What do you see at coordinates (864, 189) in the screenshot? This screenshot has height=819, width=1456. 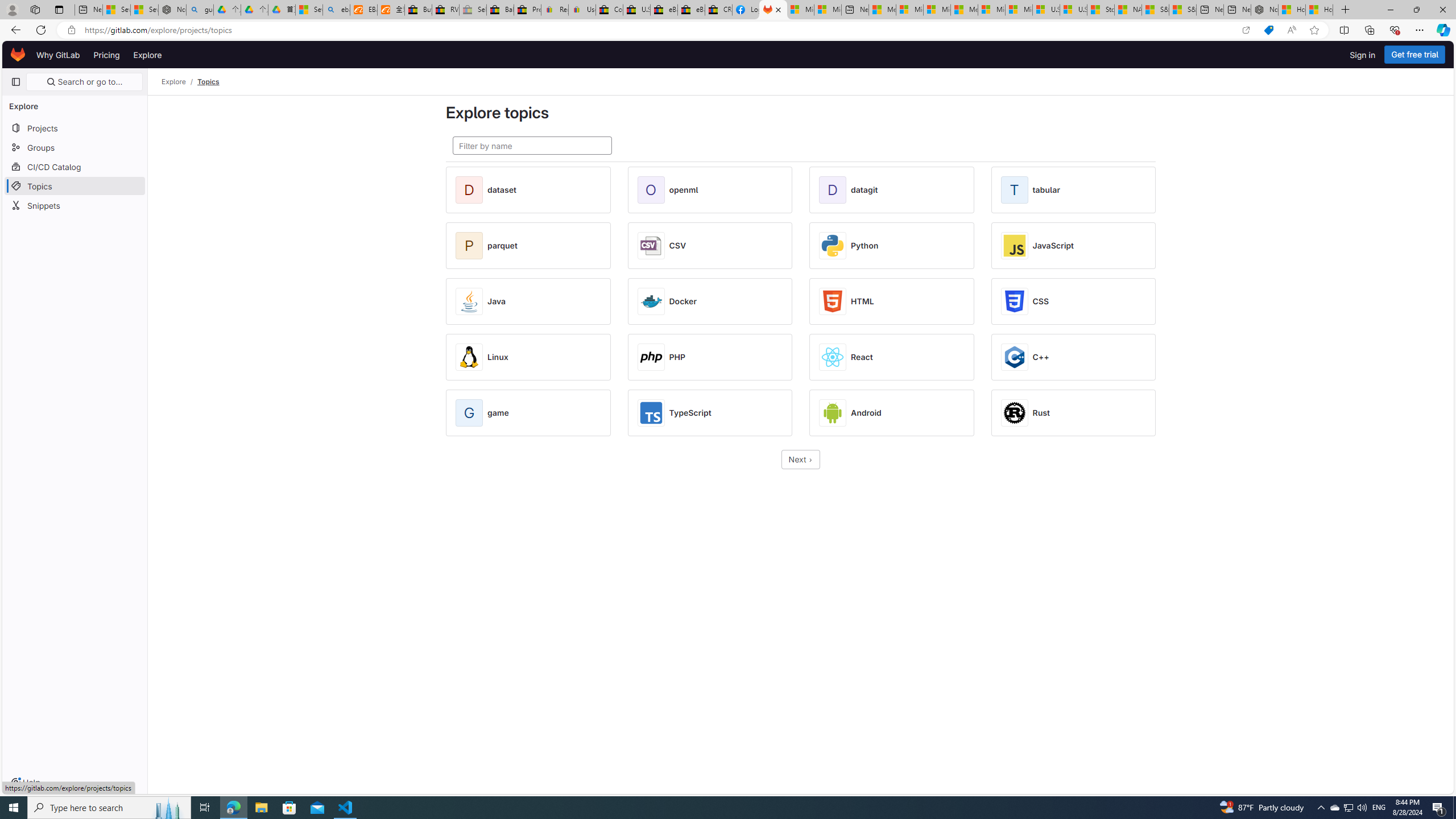 I see `'datagit'` at bounding box center [864, 189].